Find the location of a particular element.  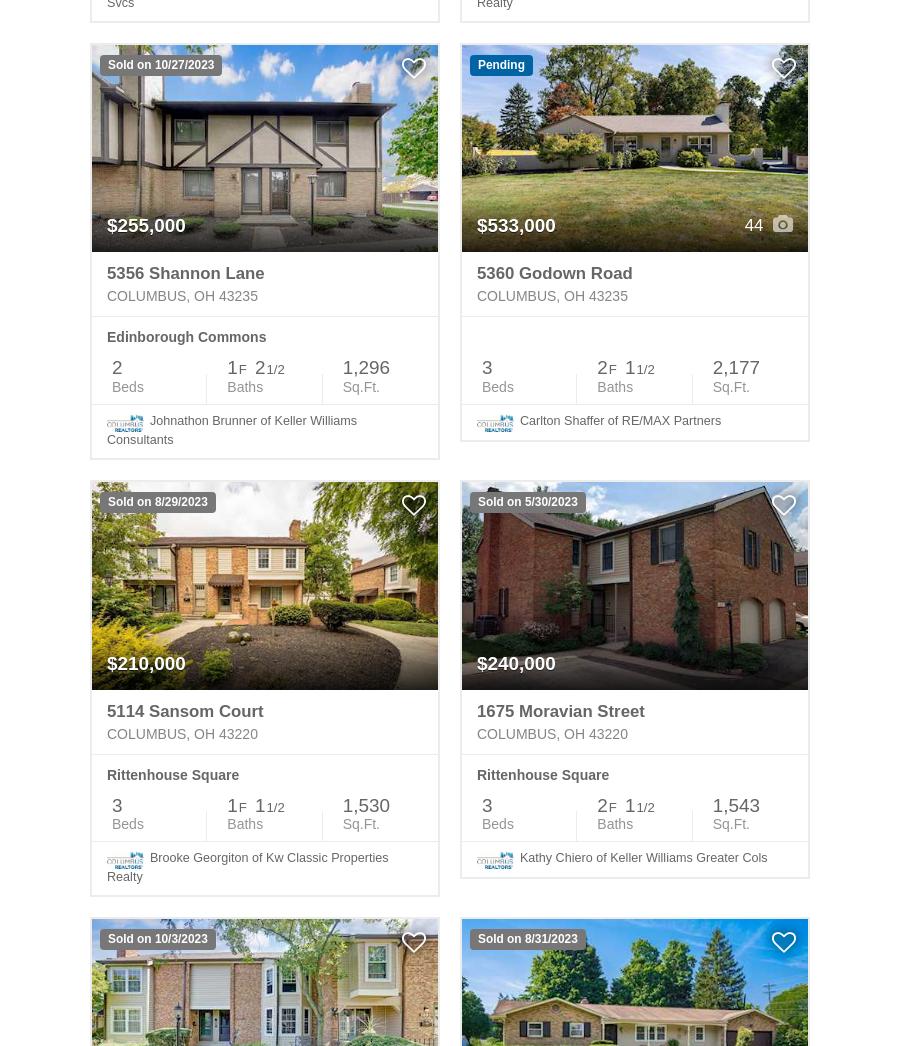

'1675 Moravian Street' is located at coordinates (559, 710).